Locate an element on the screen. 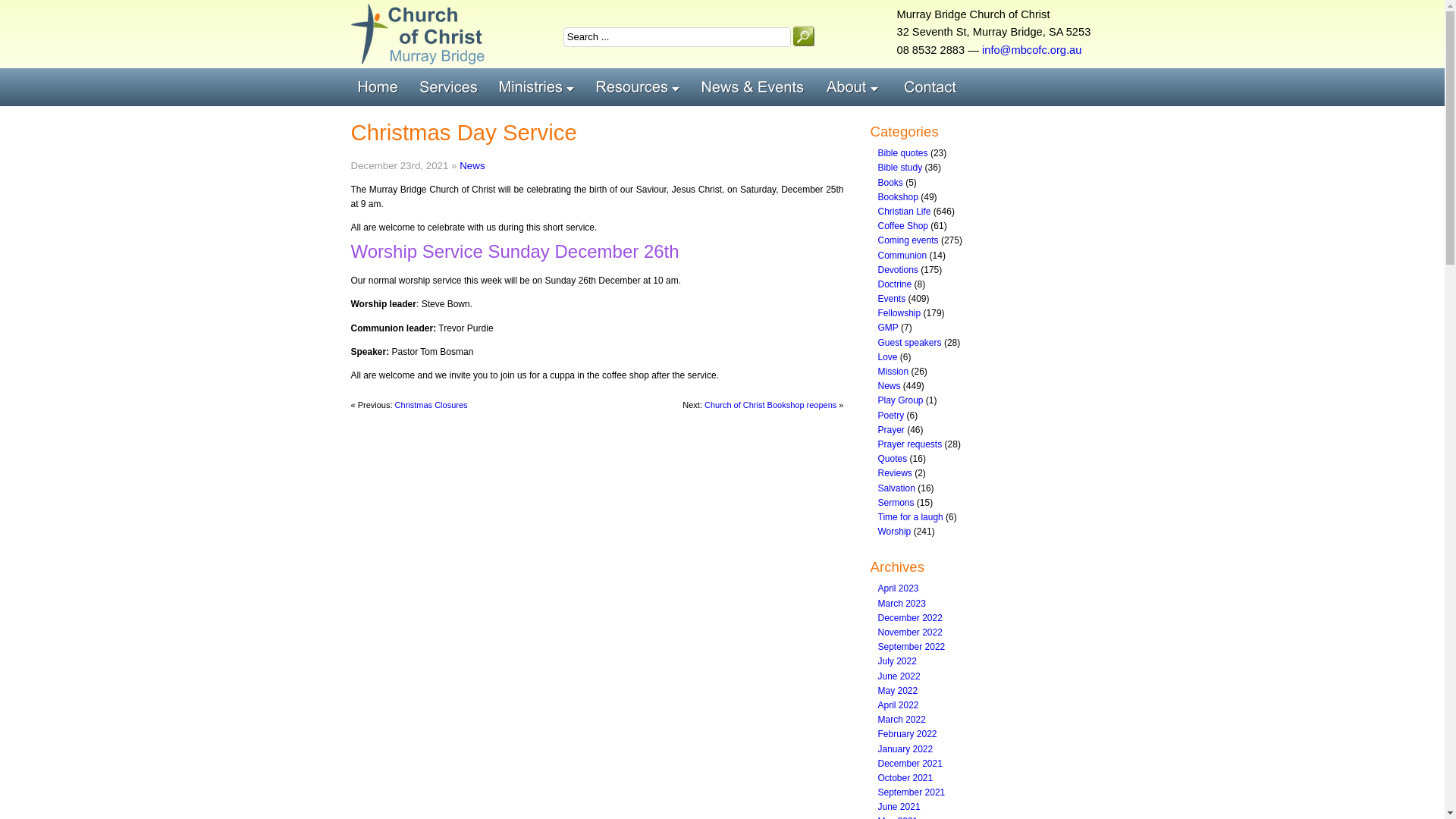 The height and width of the screenshot is (819, 1456). 'June 2021' is located at coordinates (877, 806).